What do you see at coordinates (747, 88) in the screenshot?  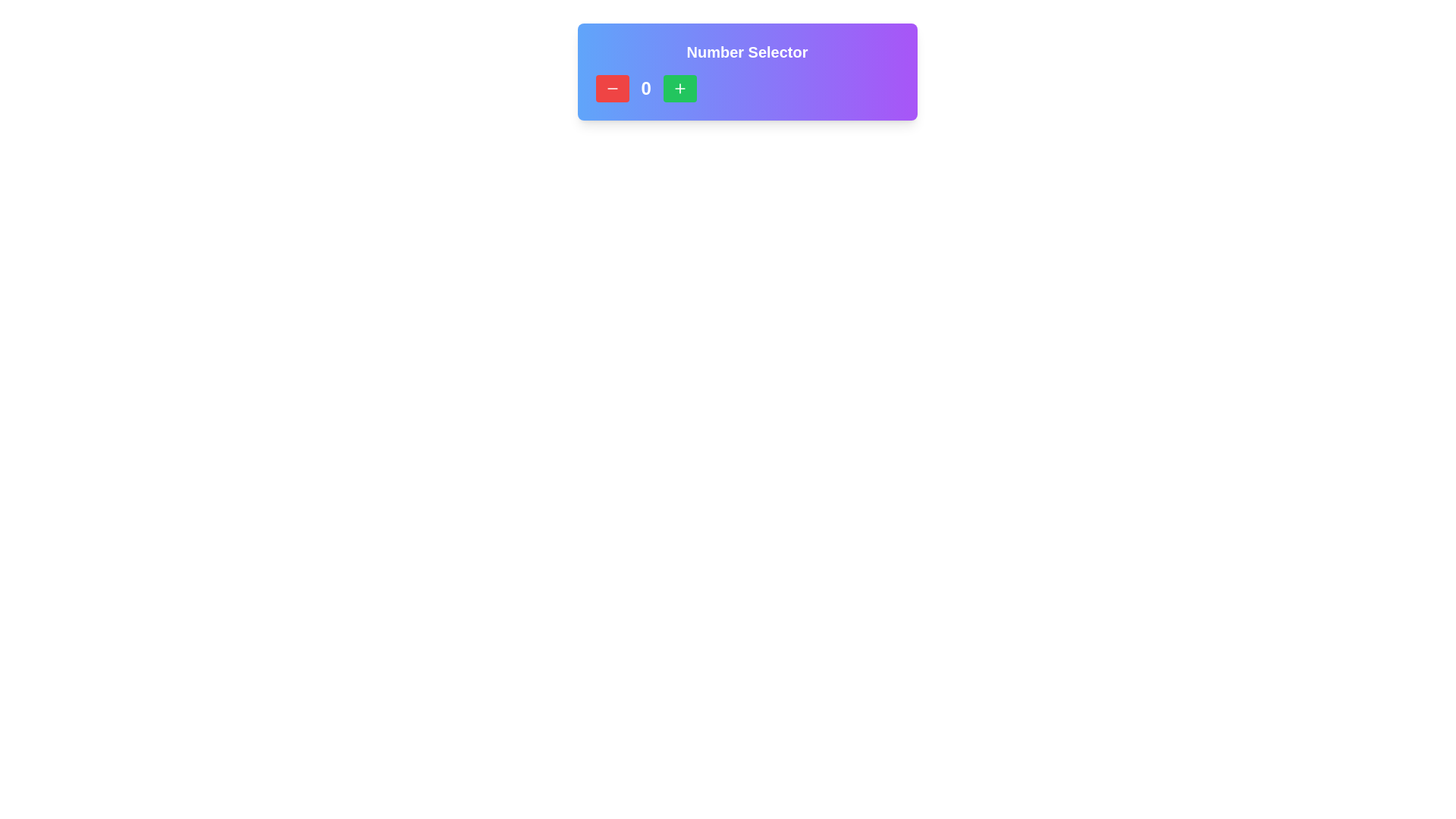 I see `the number display showing the value '0', which is styled with bold white text and is located between a red minus button and a green plus button within the 'Number Selector' card` at bounding box center [747, 88].